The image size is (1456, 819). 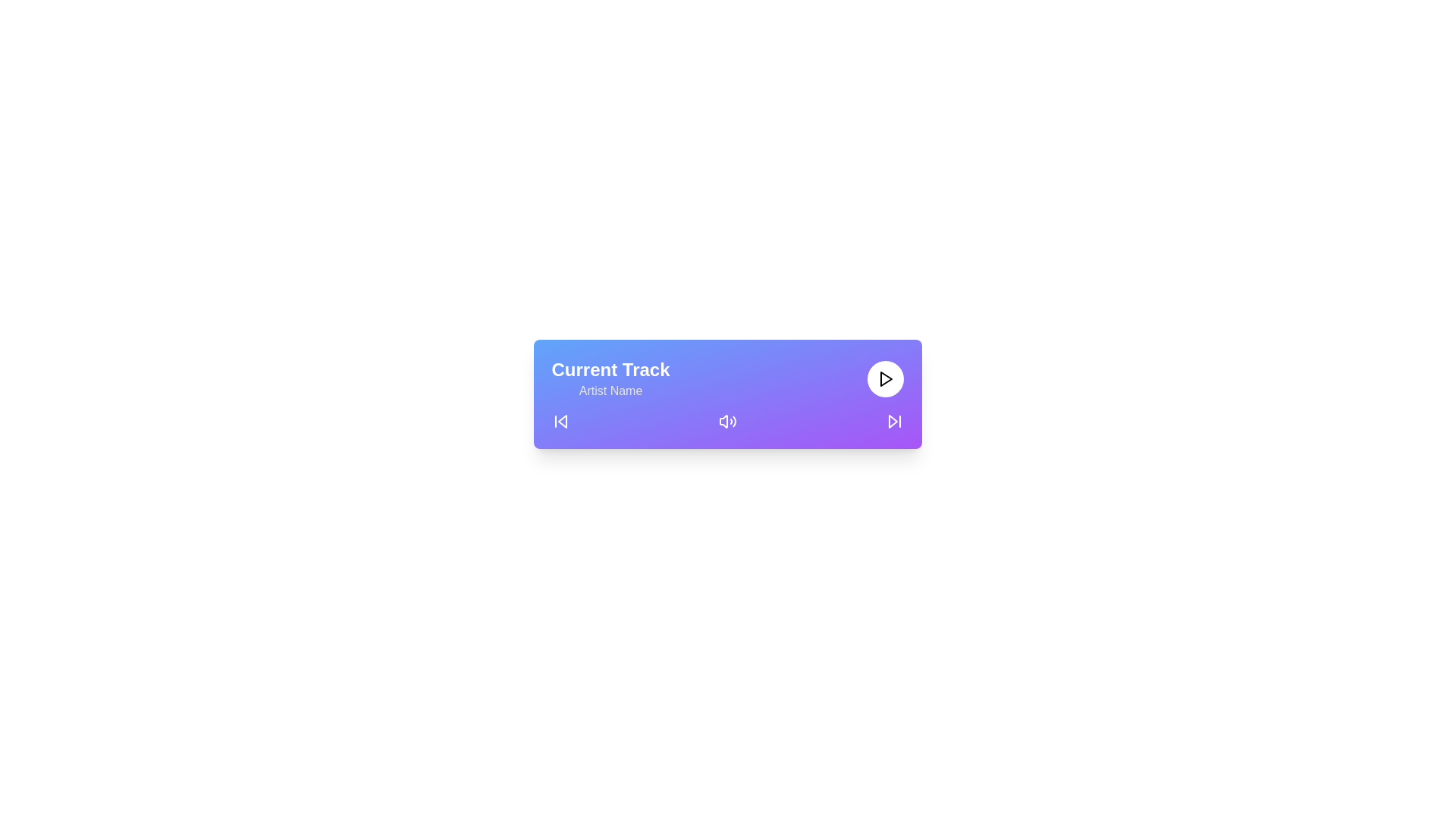 What do you see at coordinates (561, 421) in the screenshot?
I see `the backward action icon, which is a thin outlined left arrow positioned at the bottom left of the interface` at bounding box center [561, 421].